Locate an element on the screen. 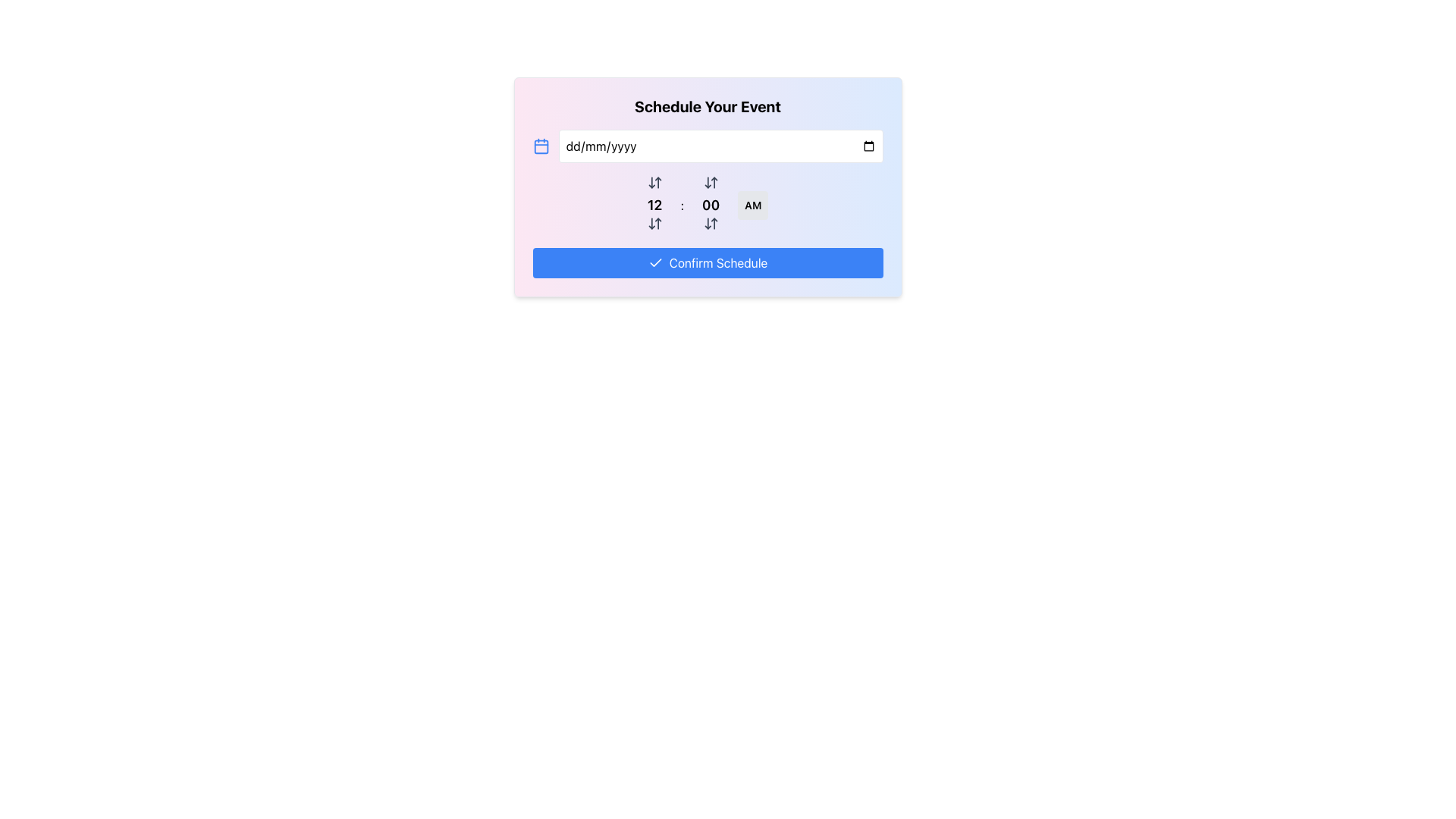 The height and width of the screenshot is (819, 1456). the checkmark icon located inside the 'Confirm Schedule' button at the bottom of the 'Schedule Your Event' form overlay is located at coordinates (655, 262).